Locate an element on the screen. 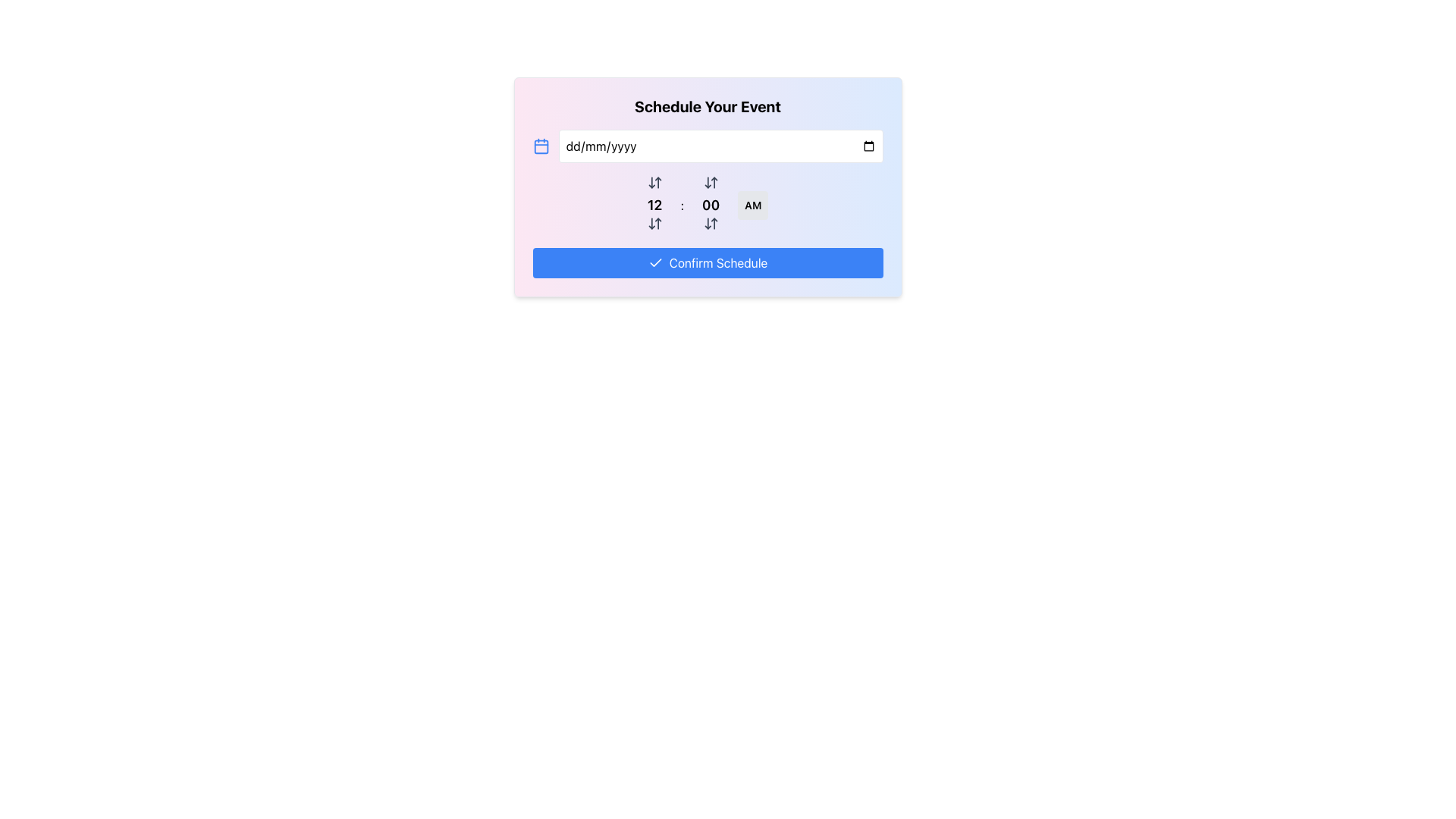 The height and width of the screenshot is (819, 1456). the checkmark icon located inside the 'Confirm Schedule' button at the bottom of the 'Schedule Your Event' form overlay is located at coordinates (655, 262).